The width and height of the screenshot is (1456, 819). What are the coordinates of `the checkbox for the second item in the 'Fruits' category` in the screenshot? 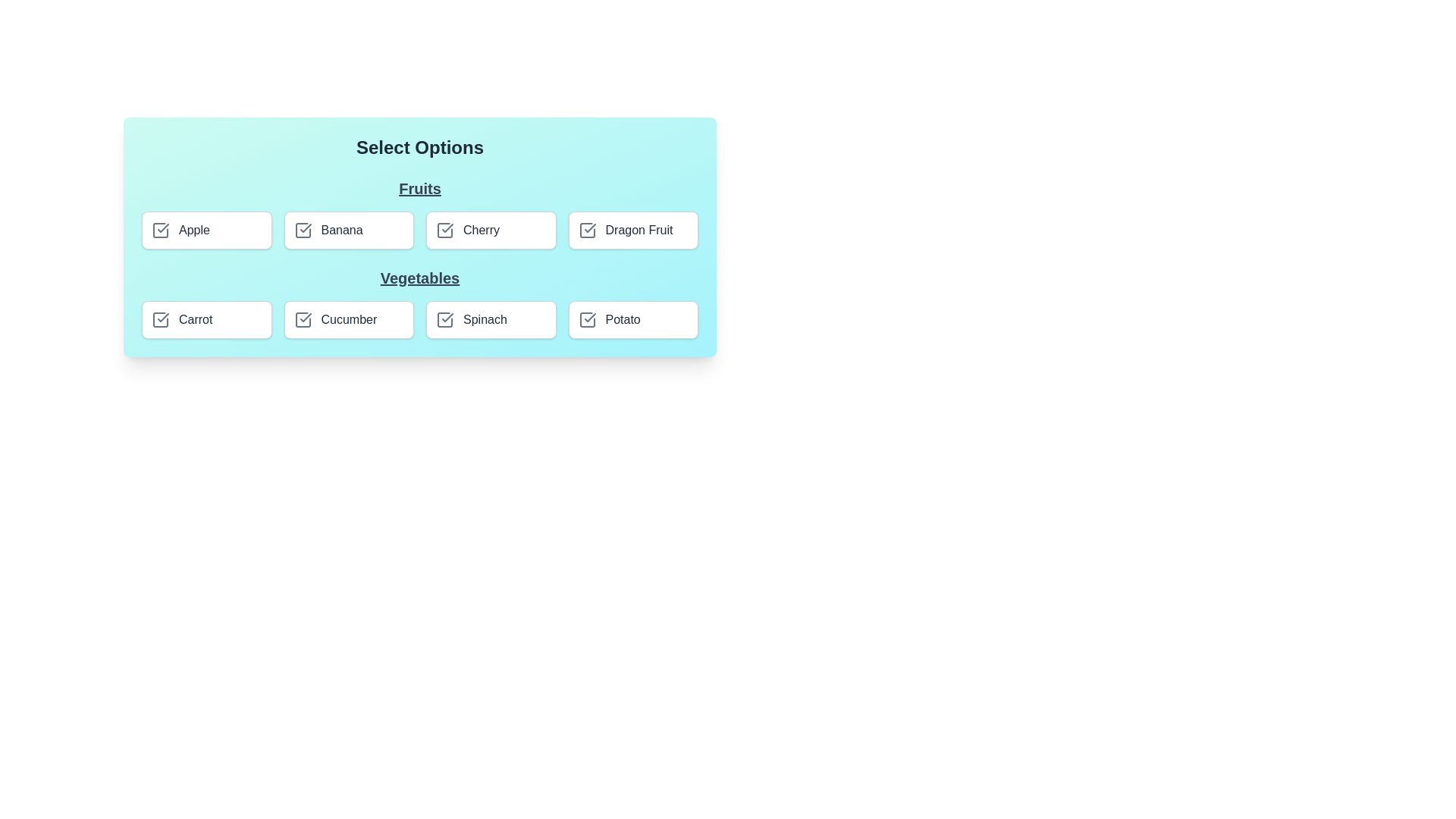 It's located at (348, 231).